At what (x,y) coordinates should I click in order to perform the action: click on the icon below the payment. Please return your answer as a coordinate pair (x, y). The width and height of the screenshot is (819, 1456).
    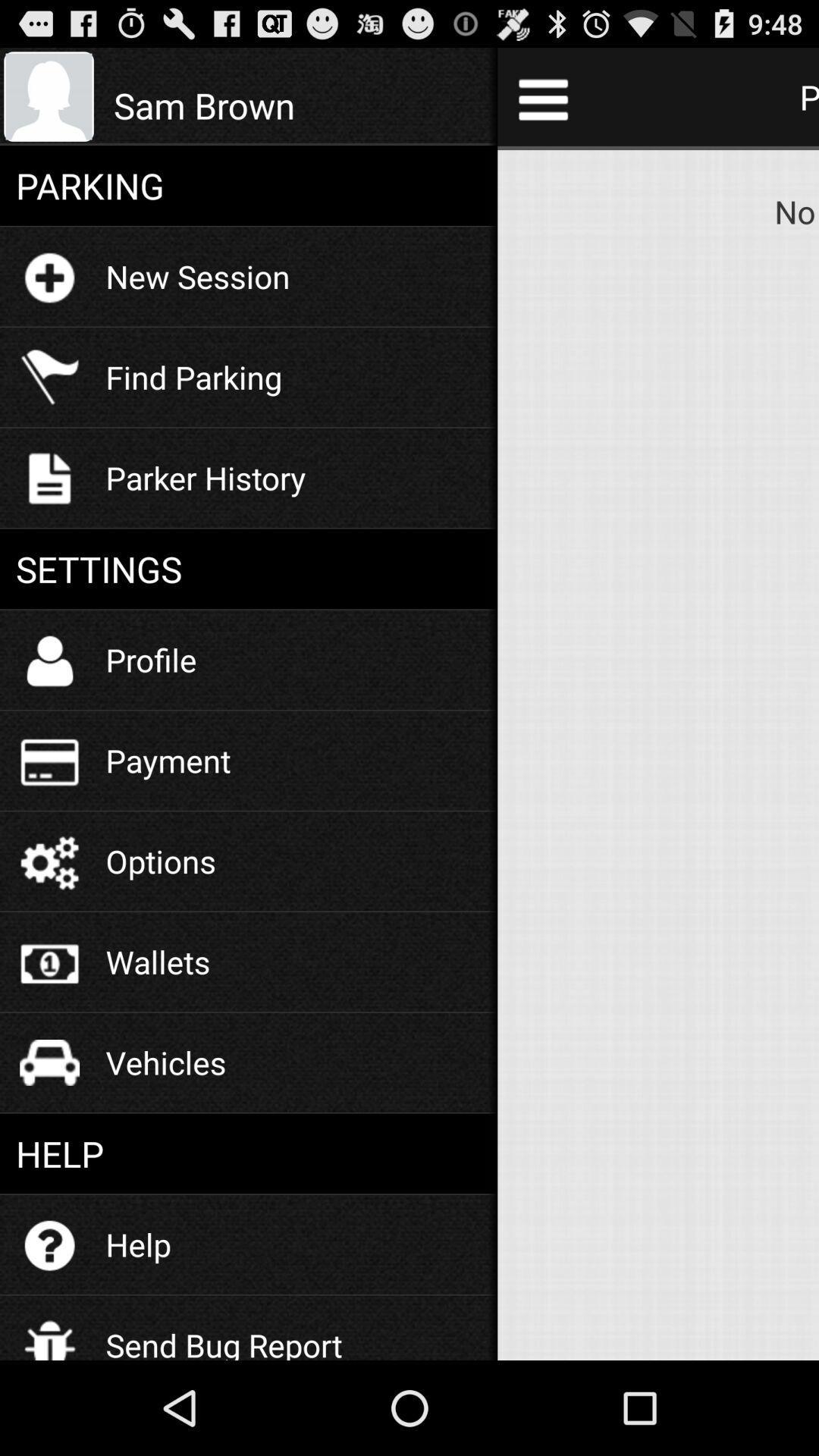
    Looking at the image, I should click on (161, 861).